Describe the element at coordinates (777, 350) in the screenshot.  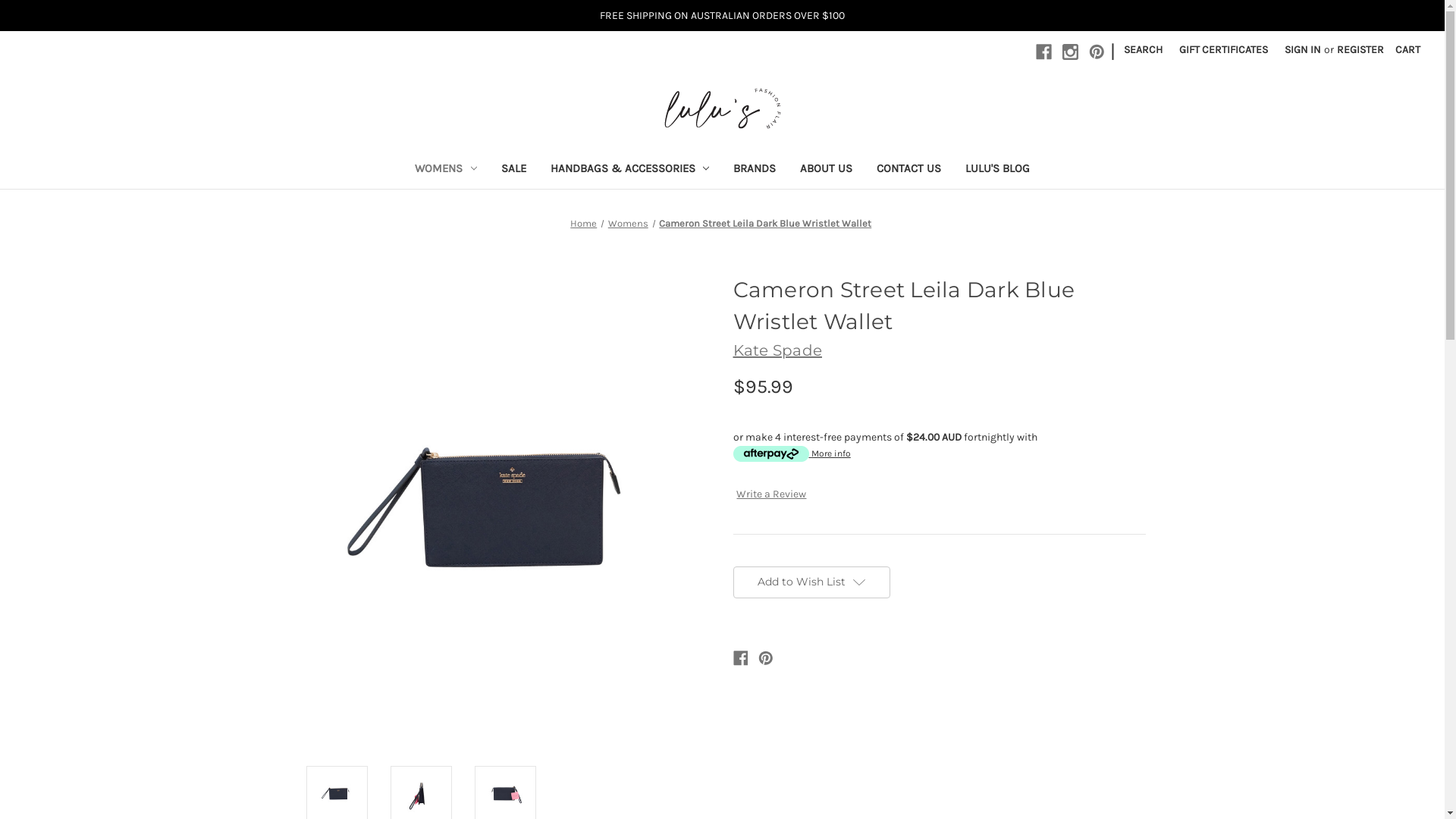
I see `'Kate Spade'` at that location.